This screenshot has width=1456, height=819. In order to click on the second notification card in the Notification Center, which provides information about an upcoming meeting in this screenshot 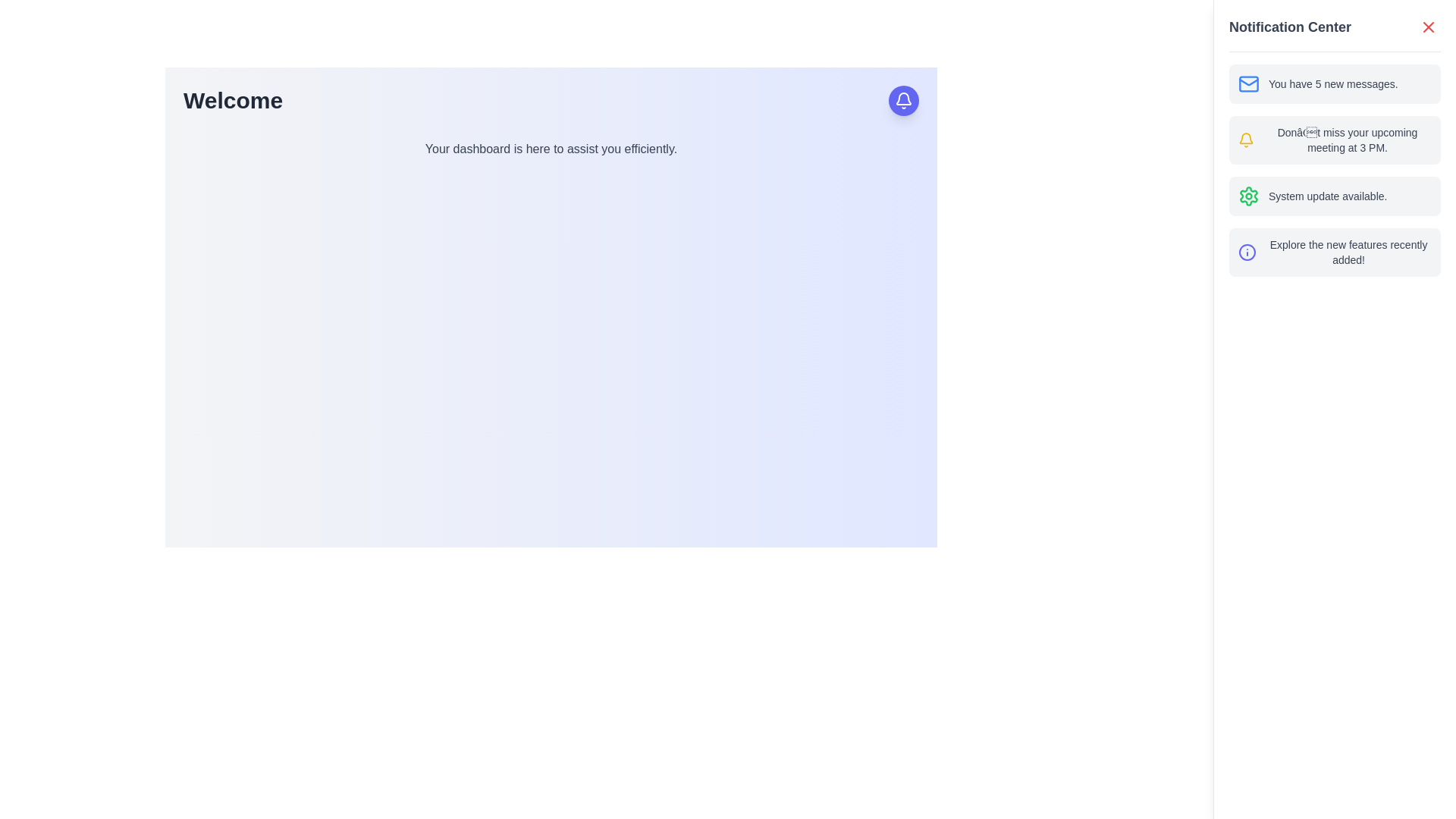, I will do `click(1335, 140)`.